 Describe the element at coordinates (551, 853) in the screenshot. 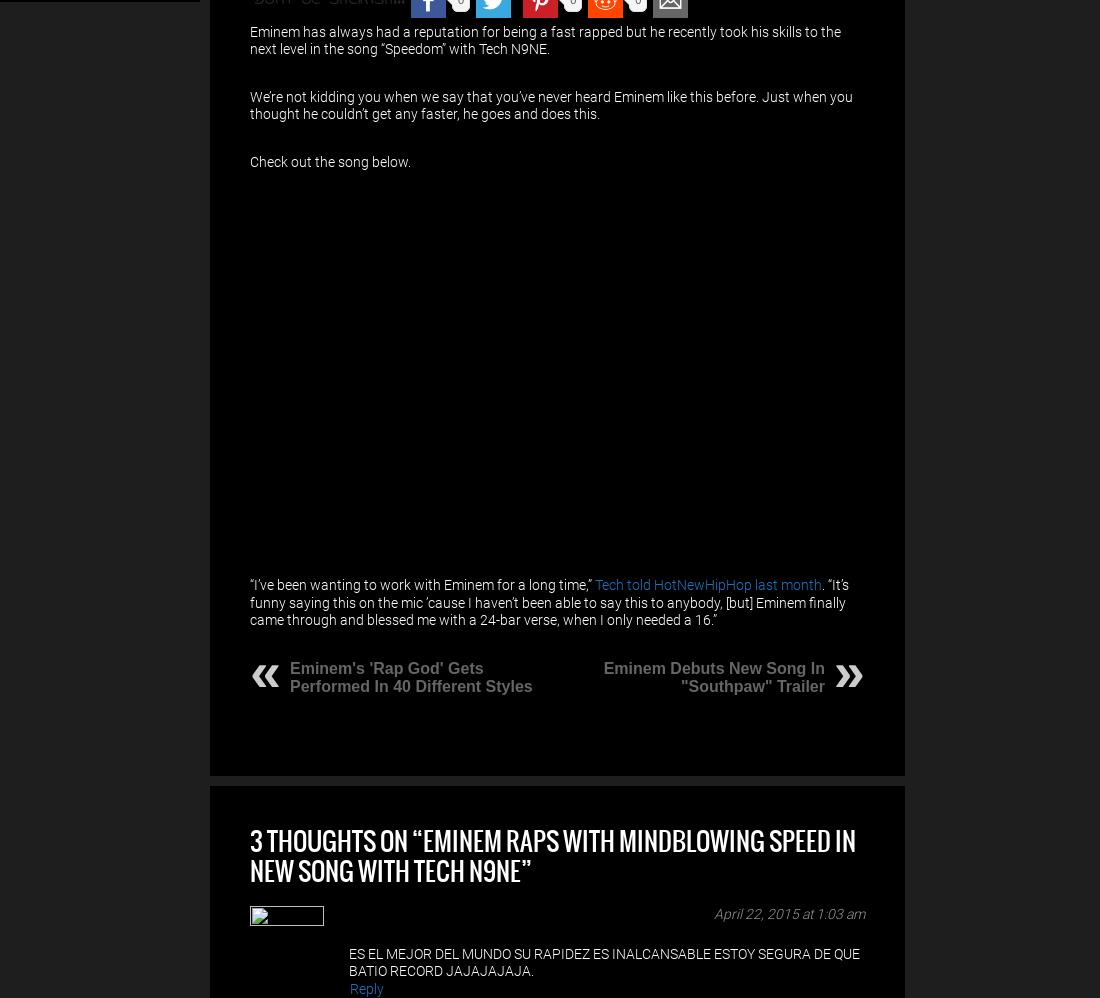

I see `'Eminem Raps With Mindblowing Speed In New Song With Tech N9ne'` at that location.